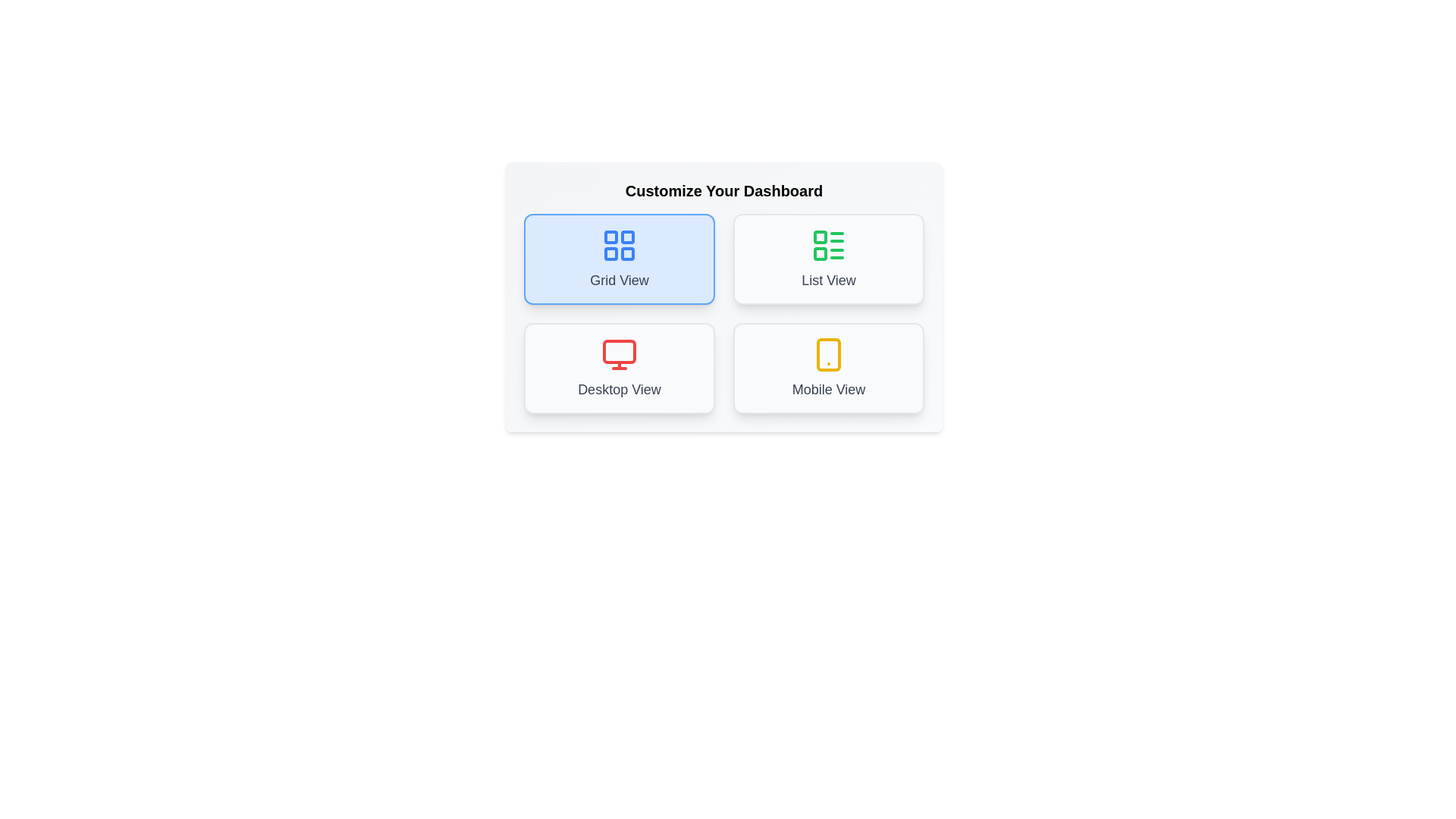  Describe the element at coordinates (828, 259) in the screenshot. I see `the button corresponding to the layout List View` at that location.